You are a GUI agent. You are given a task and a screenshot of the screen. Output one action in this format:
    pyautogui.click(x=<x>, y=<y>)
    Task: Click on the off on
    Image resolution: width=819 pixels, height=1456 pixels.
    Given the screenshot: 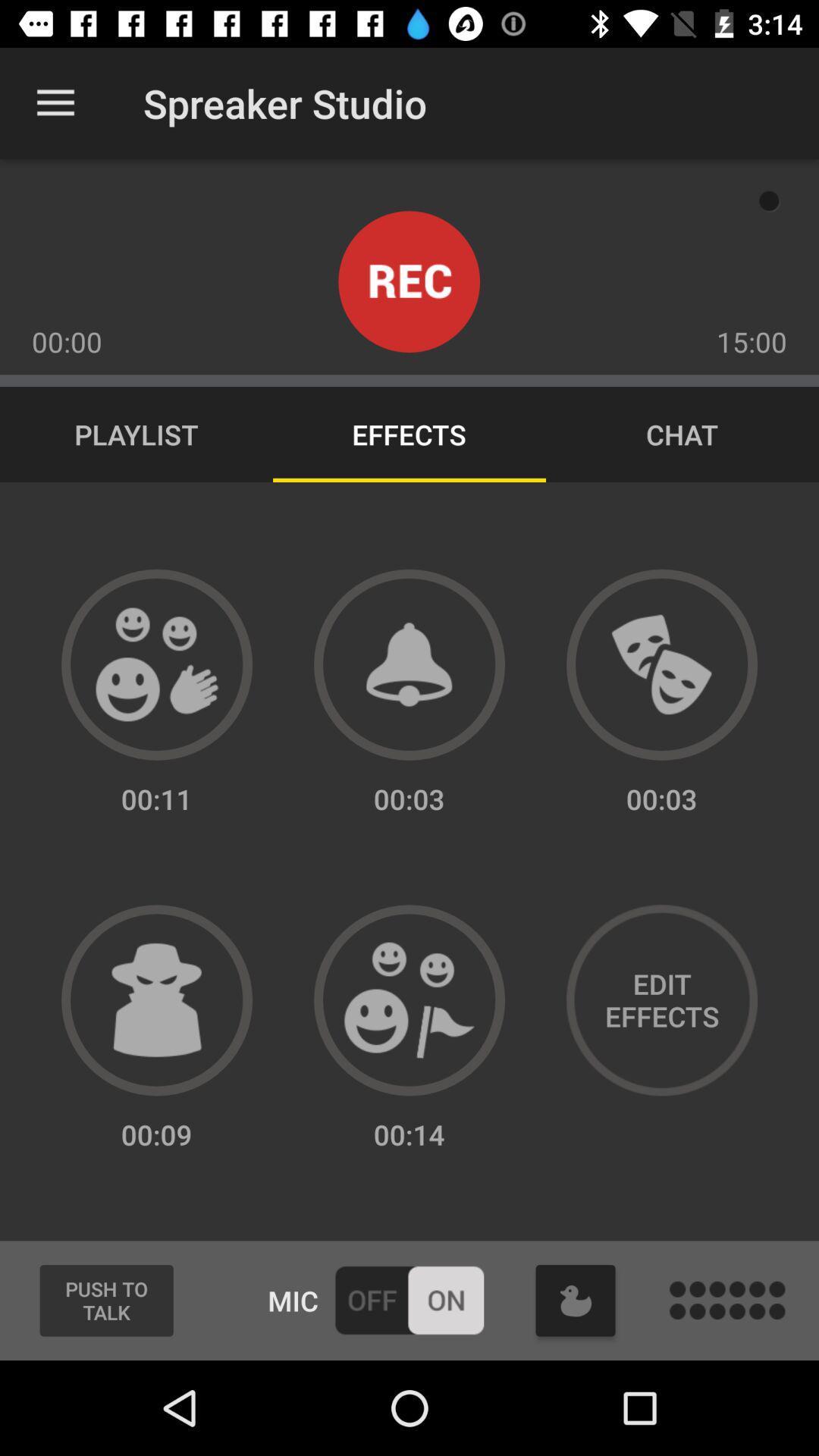 What is the action you would take?
    pyautogui.click(x=408, y=1299)
    